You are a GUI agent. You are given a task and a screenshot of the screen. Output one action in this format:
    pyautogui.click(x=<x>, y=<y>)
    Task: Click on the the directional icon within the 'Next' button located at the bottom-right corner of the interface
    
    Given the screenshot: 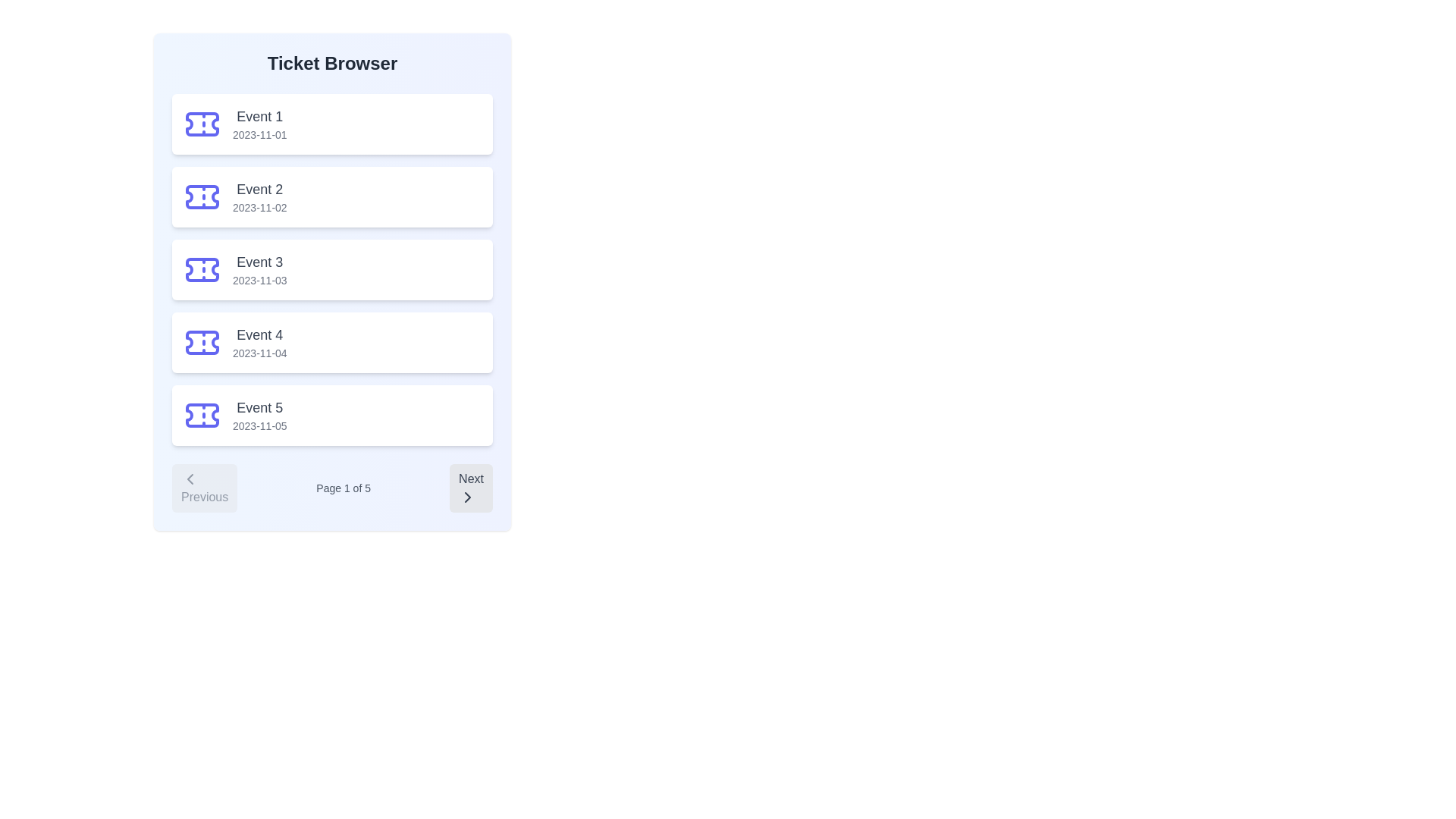 What is the action you would take?
    pyautogui.click(x=467, y=497)
    